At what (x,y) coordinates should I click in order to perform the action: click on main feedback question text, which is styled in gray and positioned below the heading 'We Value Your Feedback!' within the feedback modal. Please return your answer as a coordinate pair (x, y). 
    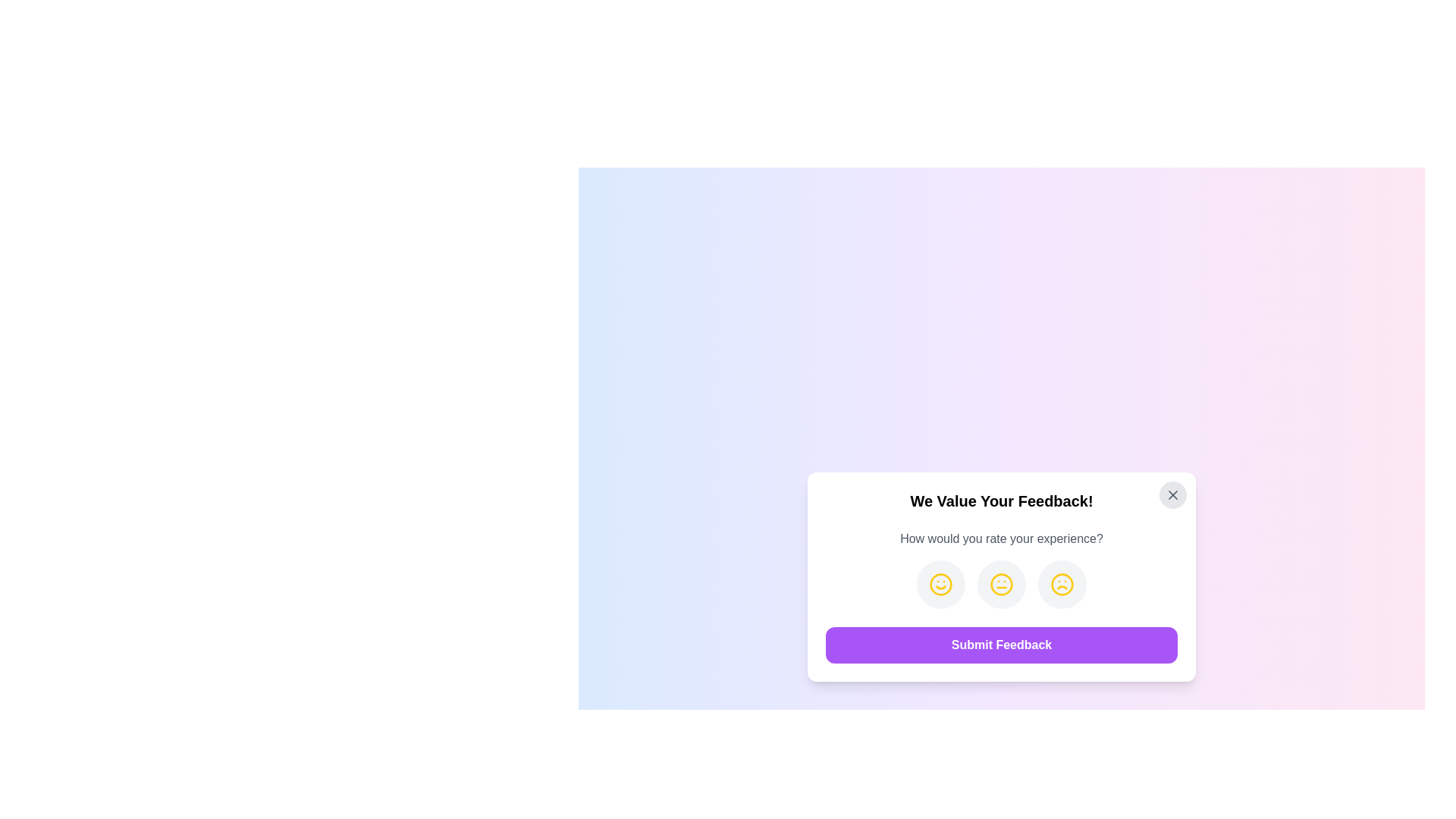
    Looking at the image, I should click on (1001, 538).